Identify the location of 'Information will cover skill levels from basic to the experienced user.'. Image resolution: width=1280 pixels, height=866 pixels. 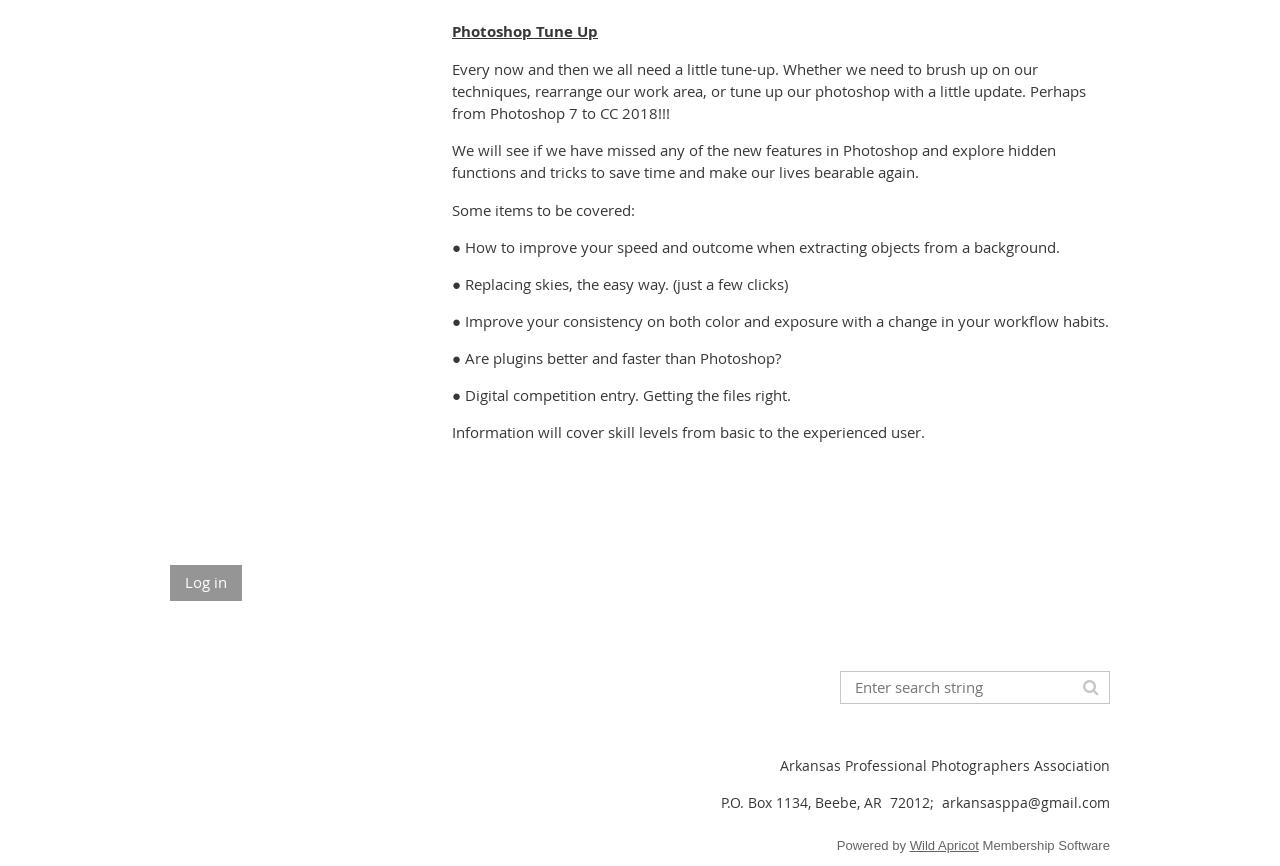
(688, 430).